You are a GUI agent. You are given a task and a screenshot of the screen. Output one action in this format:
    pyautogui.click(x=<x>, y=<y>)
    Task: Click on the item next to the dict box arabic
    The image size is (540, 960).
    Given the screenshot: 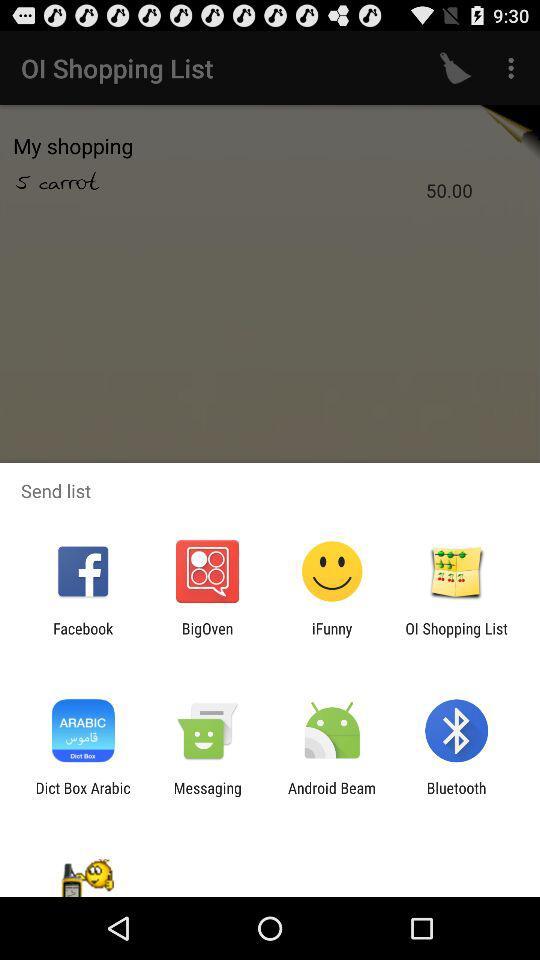 What is the action you would take?
    pyautogui.click(x=206, y=796)
    